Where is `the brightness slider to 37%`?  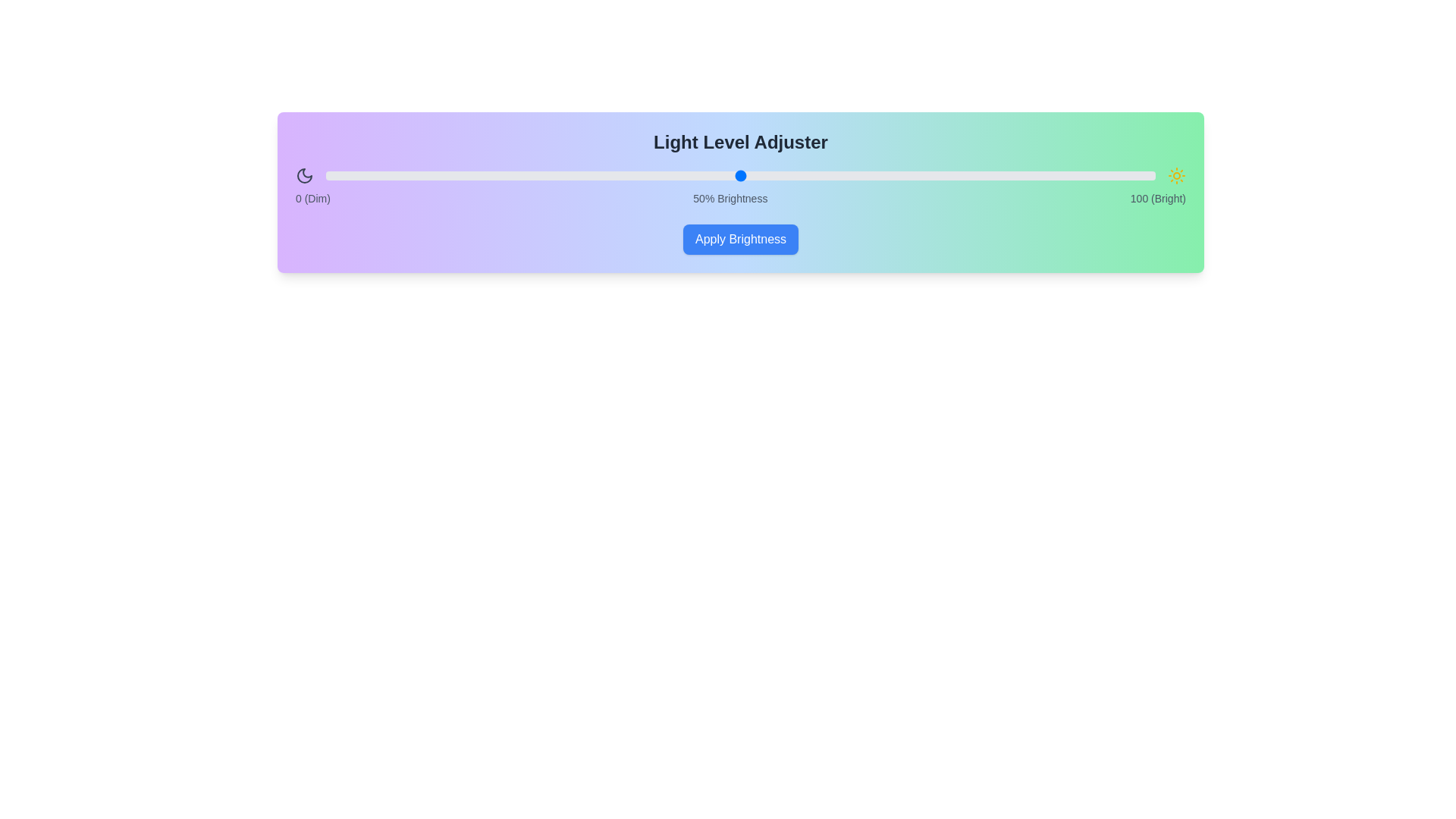 the brightness slider to 37% is located at coordinates (632, 174).